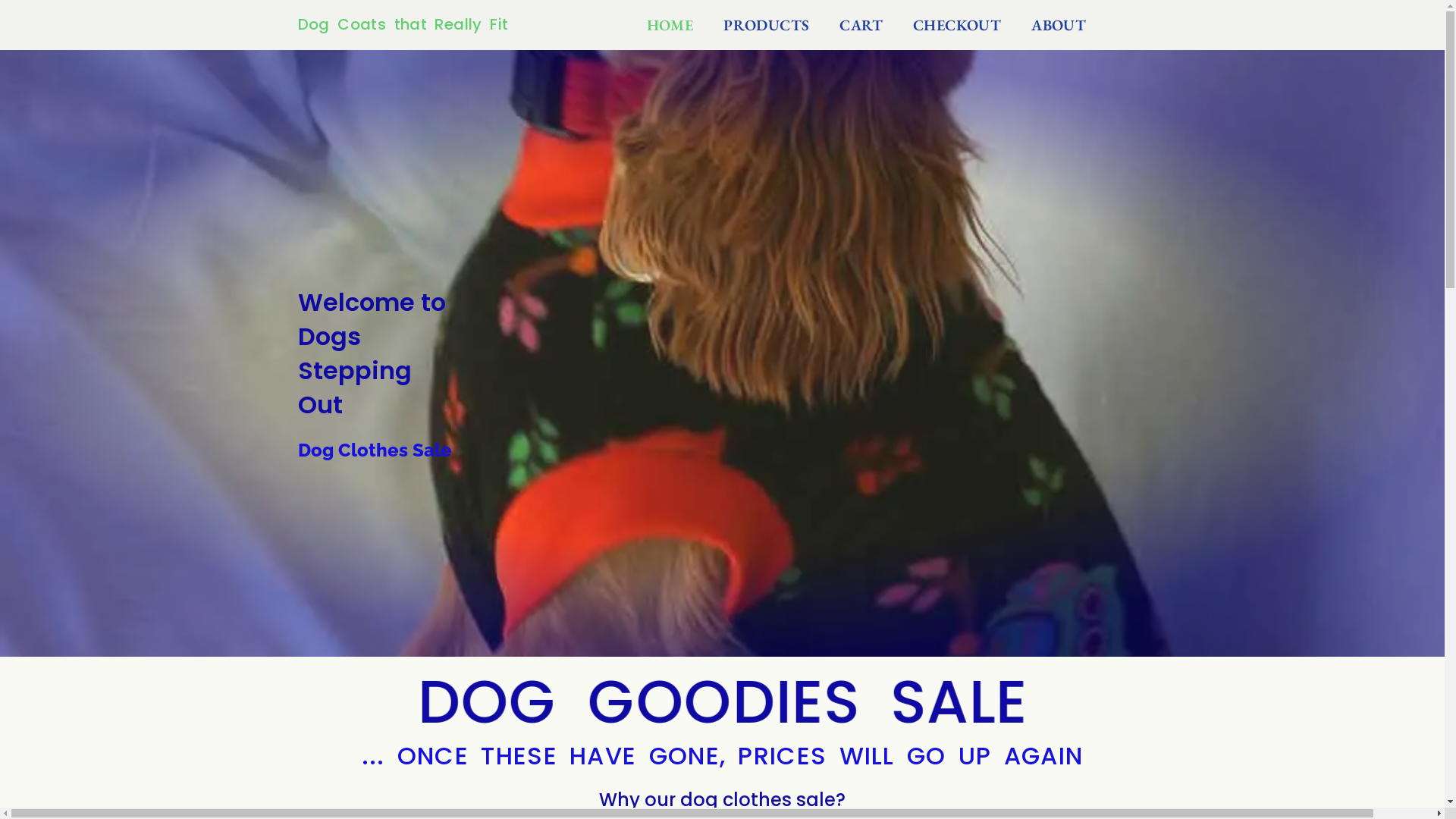  Describe the element at coordinates (956, 25) in the screenshot. I see `'CHECKOUT'` at that location.